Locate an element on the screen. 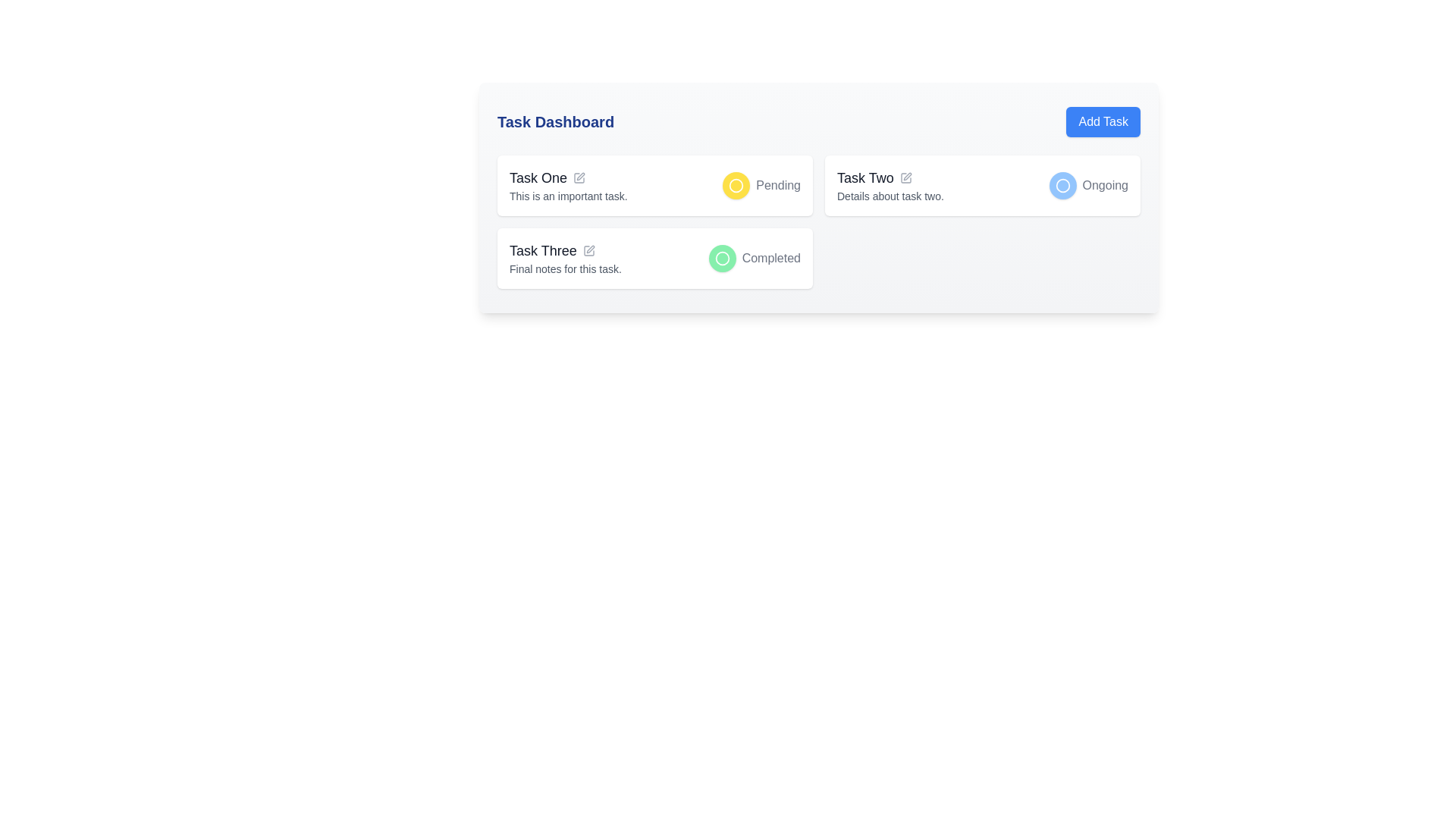 The image size is (1456, 819). the text element displaying 'This is an important task.', which is styled in small gray text and located beneath the 'Task One' title is located at coordinates (567, 195).